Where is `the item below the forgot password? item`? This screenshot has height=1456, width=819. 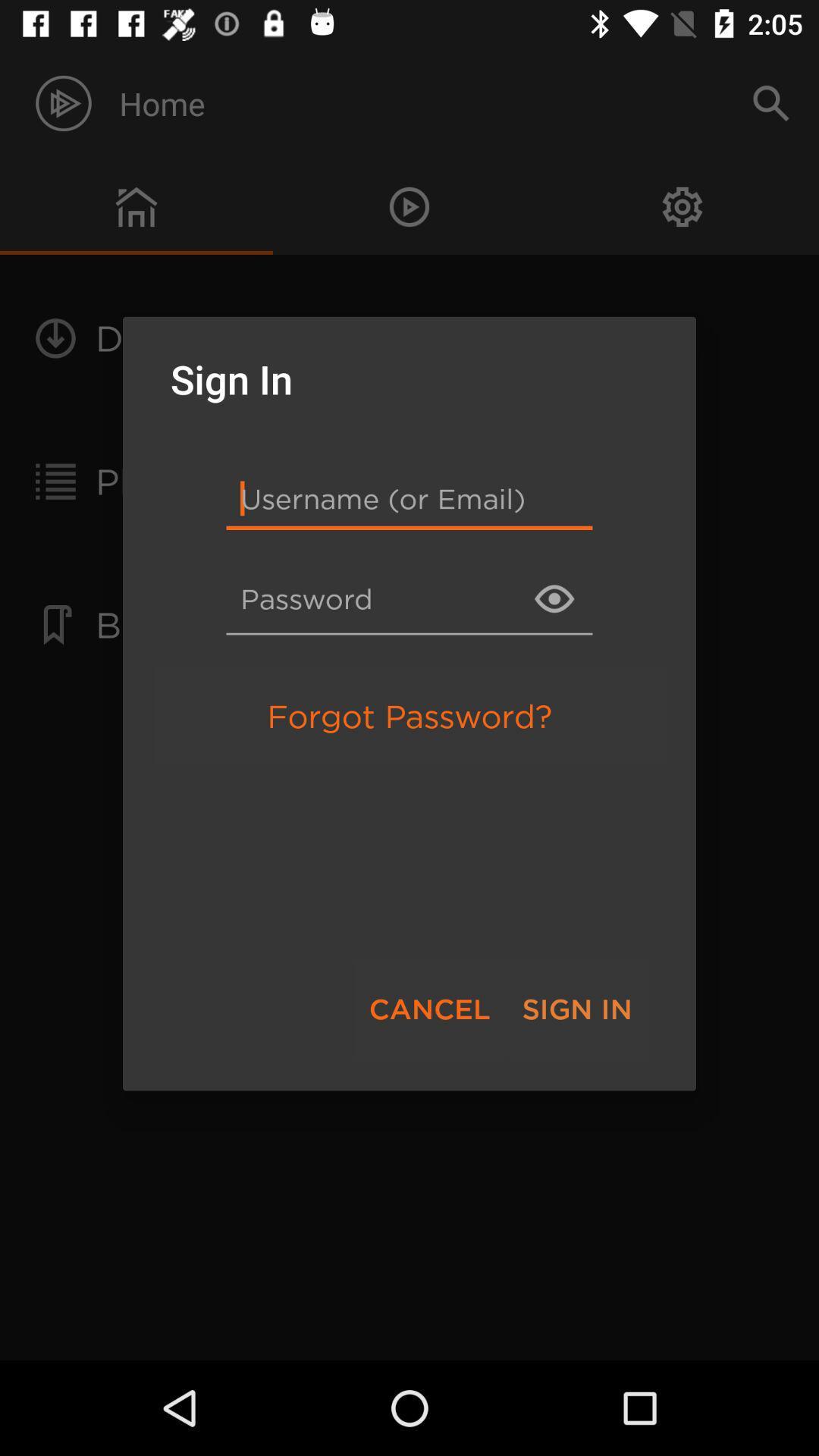 the item below the forgot password? item is located at coordinates (429, 1009).